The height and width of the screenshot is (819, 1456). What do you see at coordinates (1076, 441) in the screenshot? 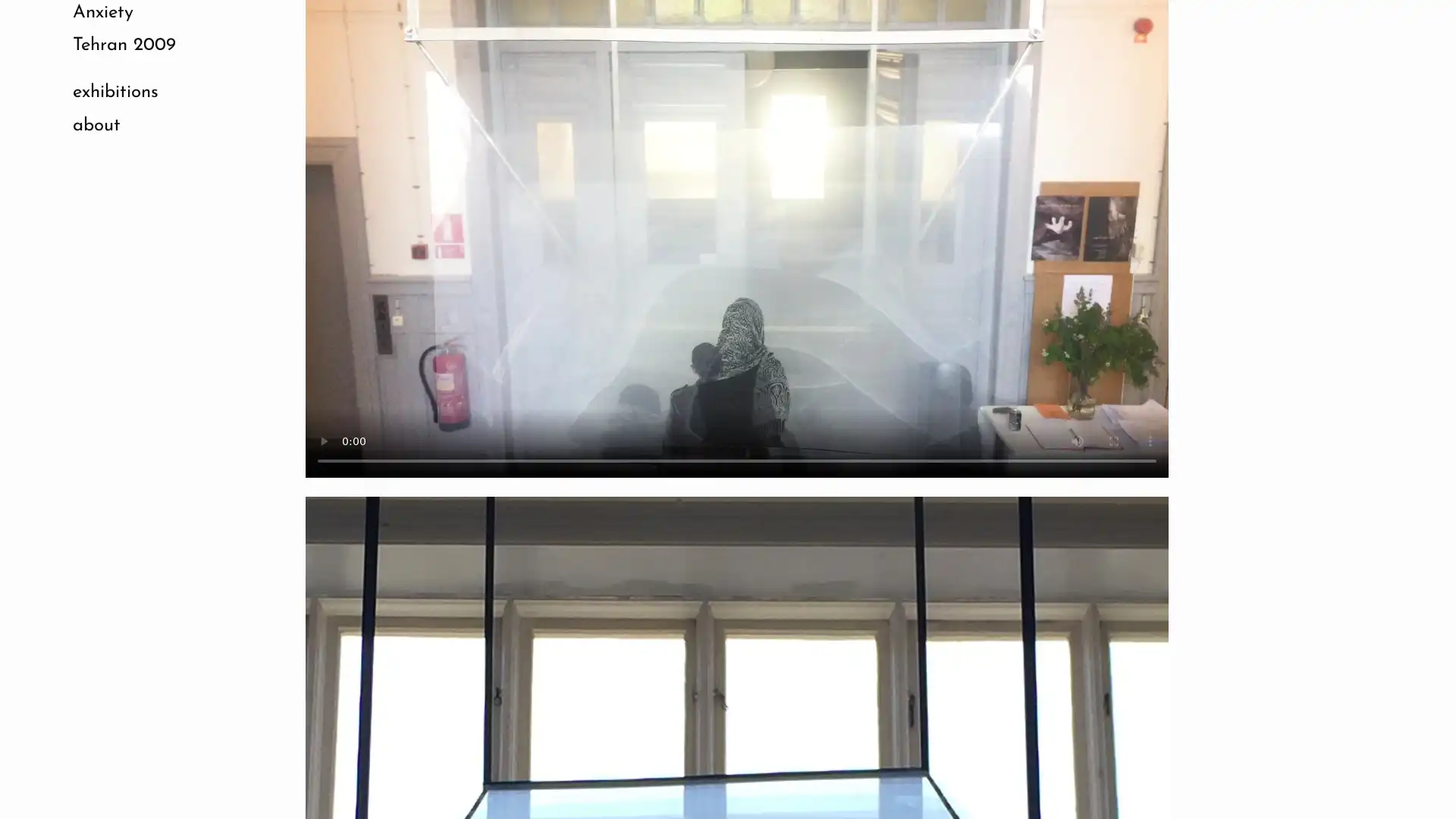
I see `mute` at bounding box center [1076, 441].